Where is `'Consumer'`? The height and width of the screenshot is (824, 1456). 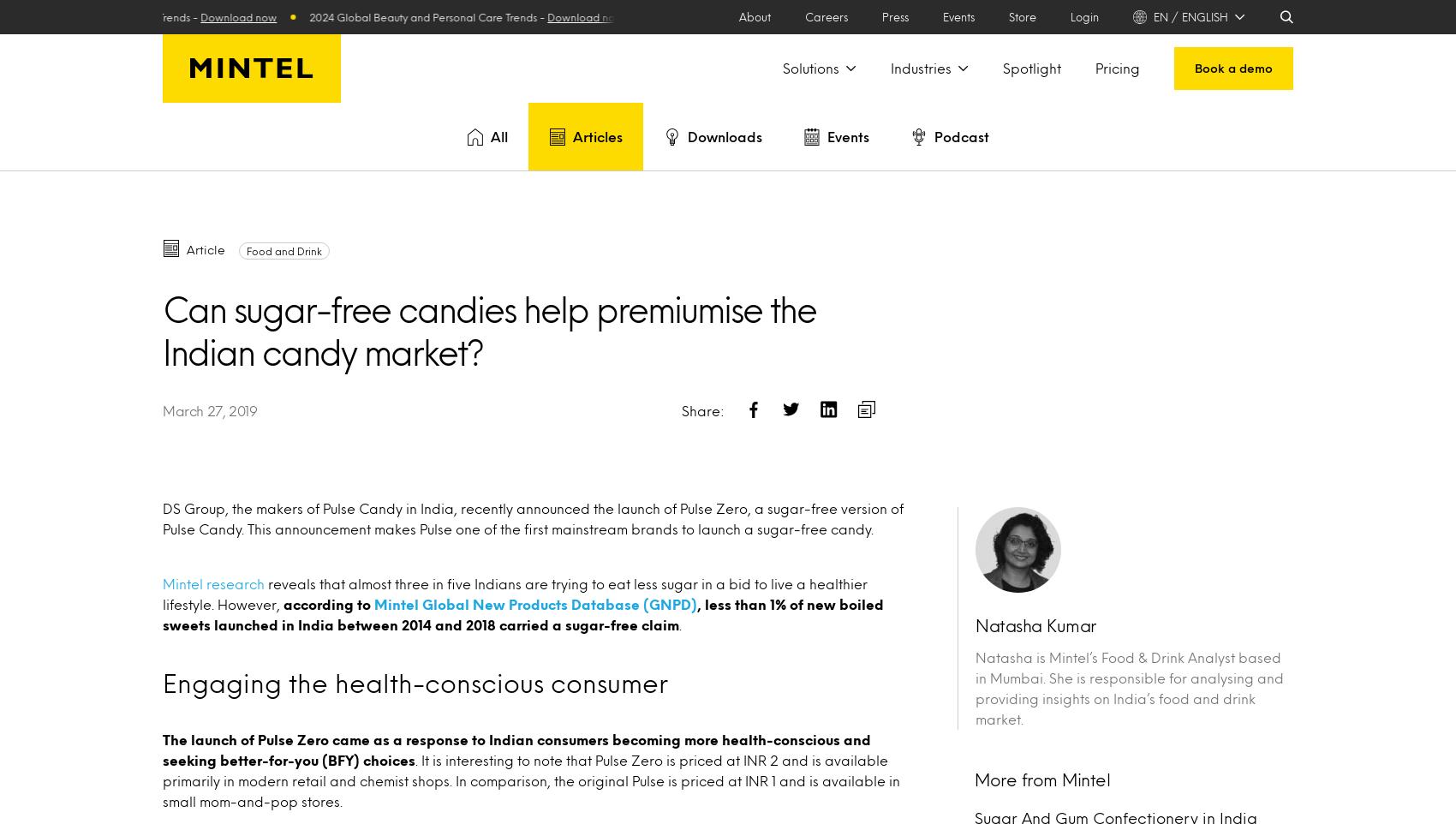
'Consumer' is located at coordinates (212, 717).